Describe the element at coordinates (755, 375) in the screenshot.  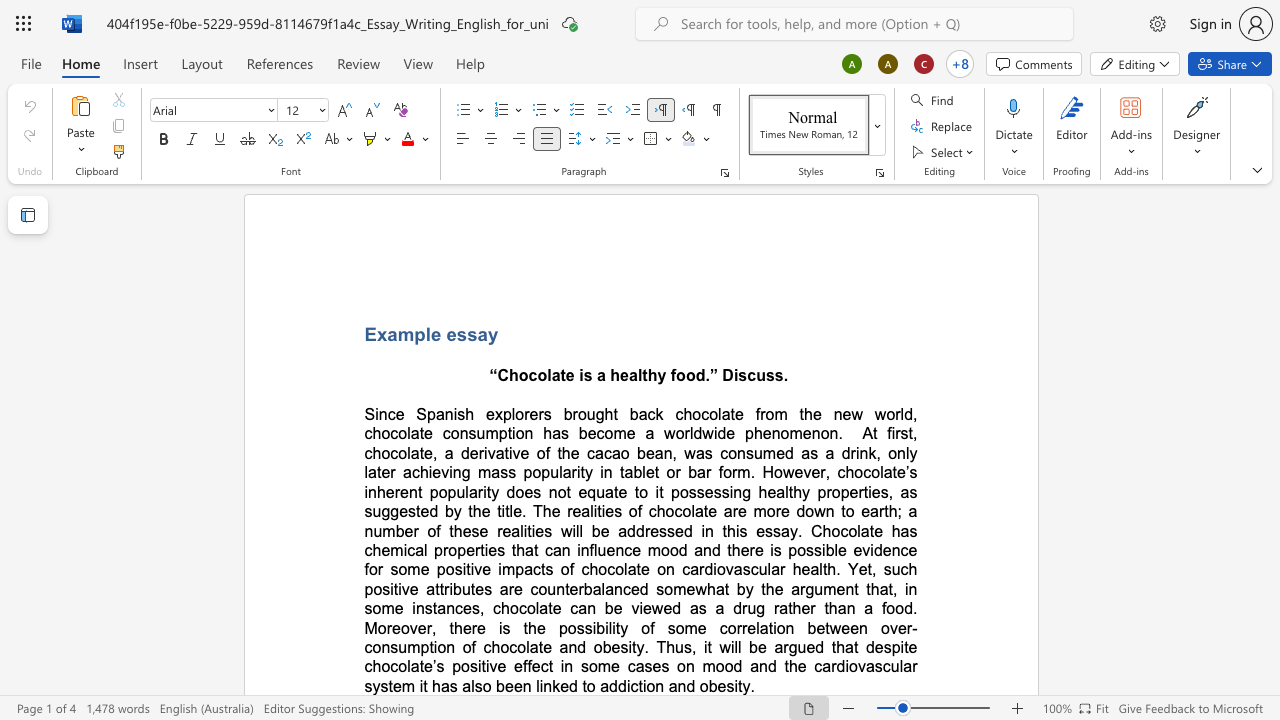
I see `the space between the continuous character "c" and "u" in the text` at that location.